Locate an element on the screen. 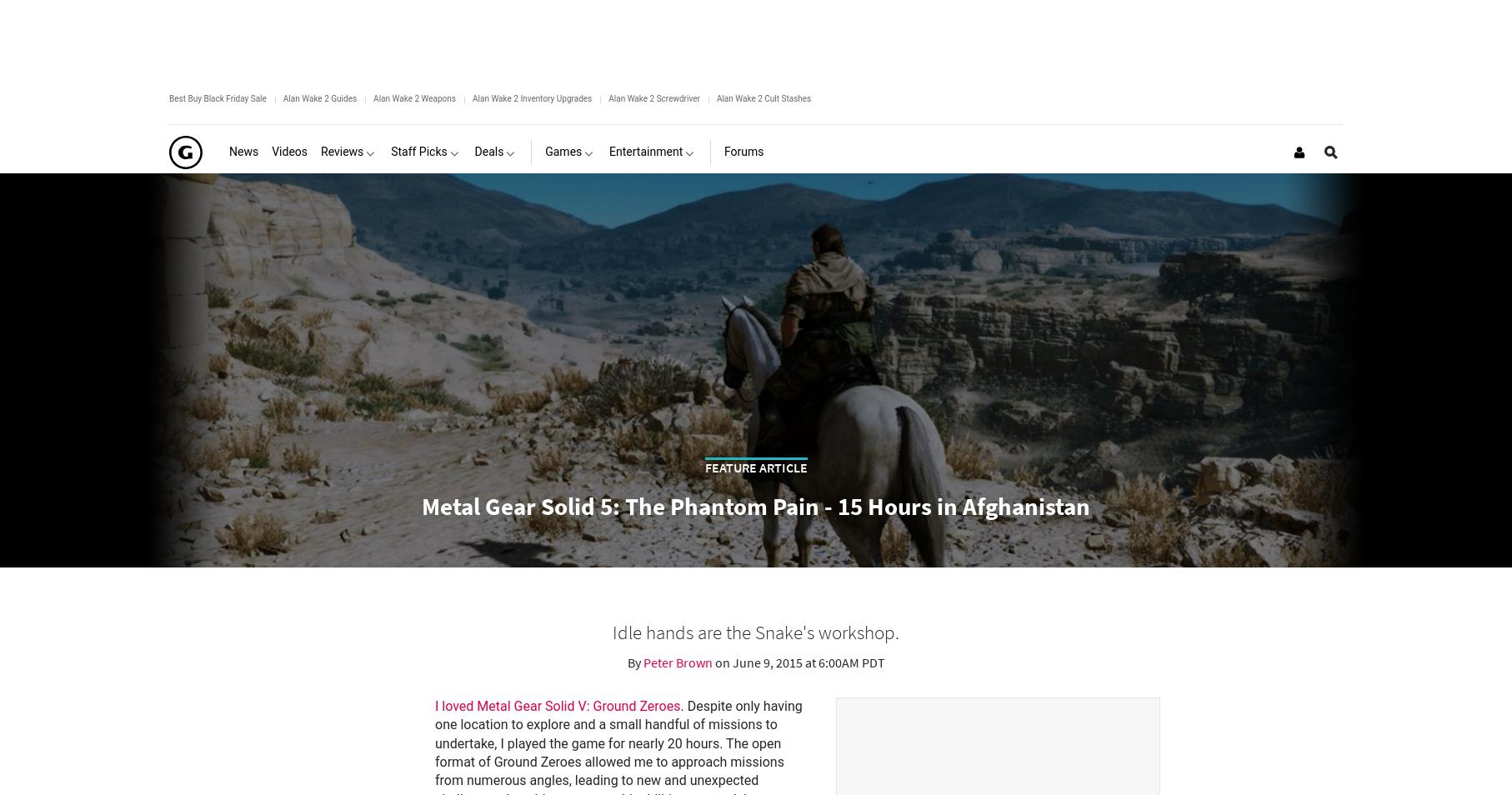 The width and height of the screenshot is (1512, 795). 'Peter Brown' is located at coordinates (677, 662).